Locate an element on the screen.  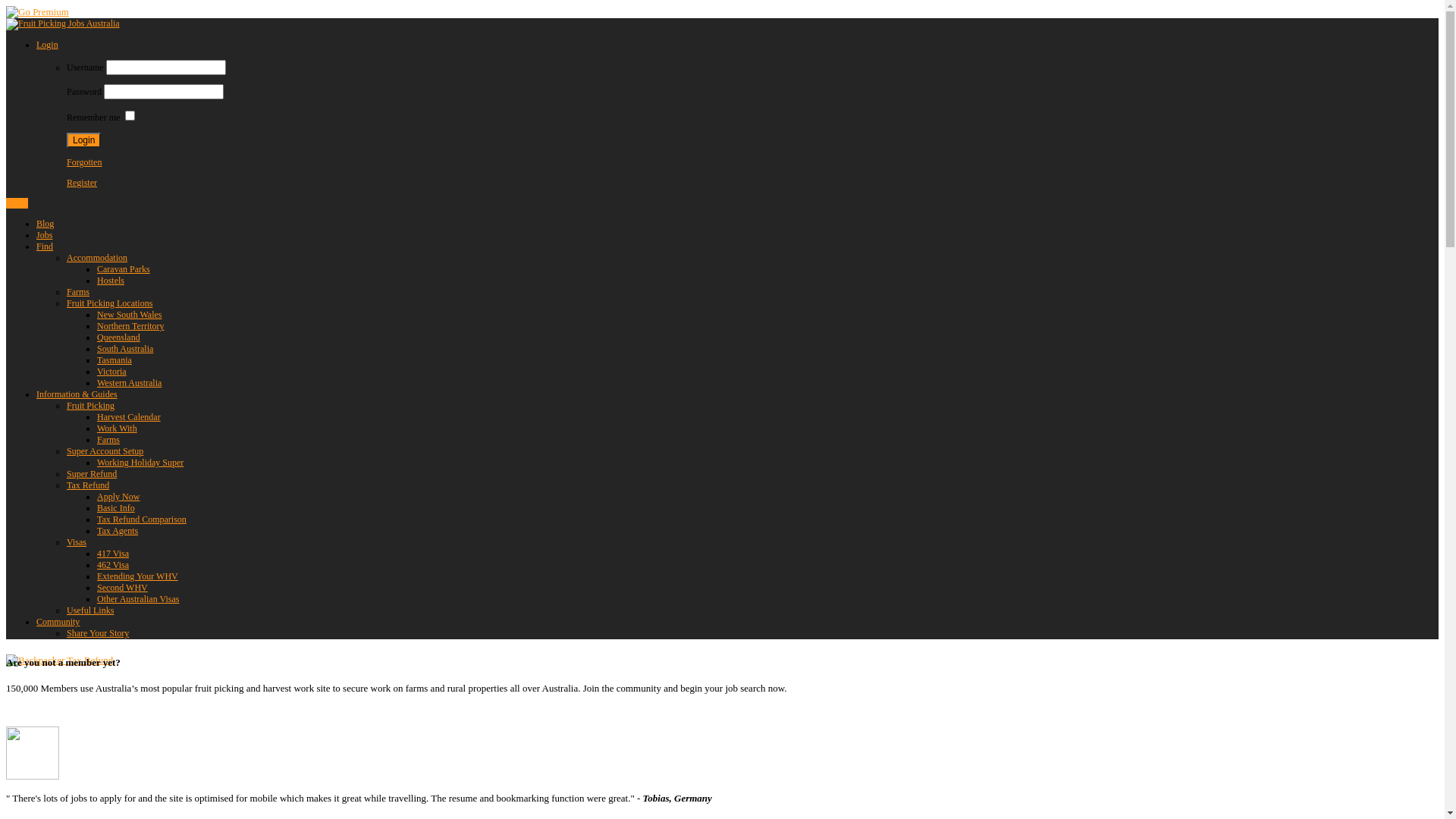
'Farms' is located at coordinates (65, 292).